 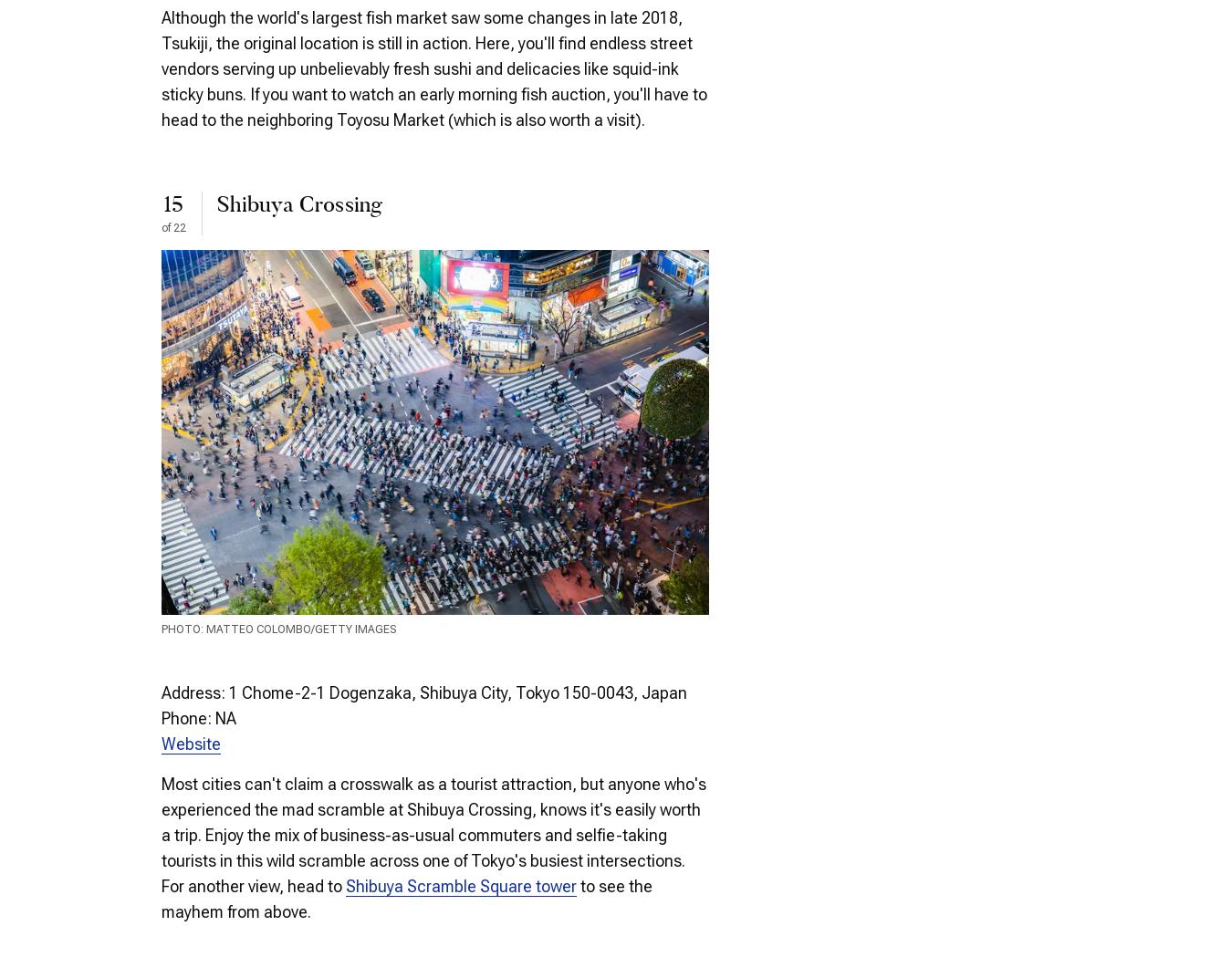 I want to click on 'to see the mayhem from above.', so click(x=161, y=897).